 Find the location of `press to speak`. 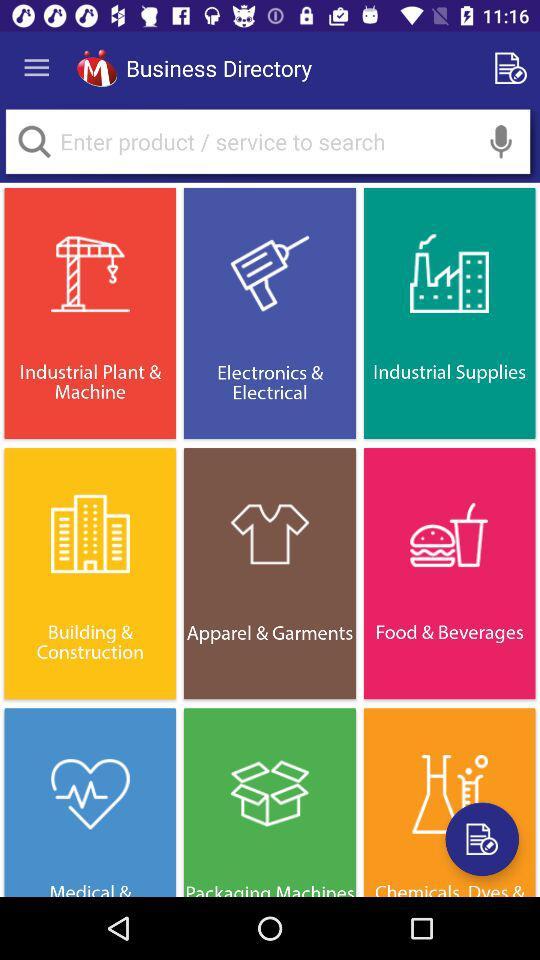

press to speak is located at coordinates (500, 140).